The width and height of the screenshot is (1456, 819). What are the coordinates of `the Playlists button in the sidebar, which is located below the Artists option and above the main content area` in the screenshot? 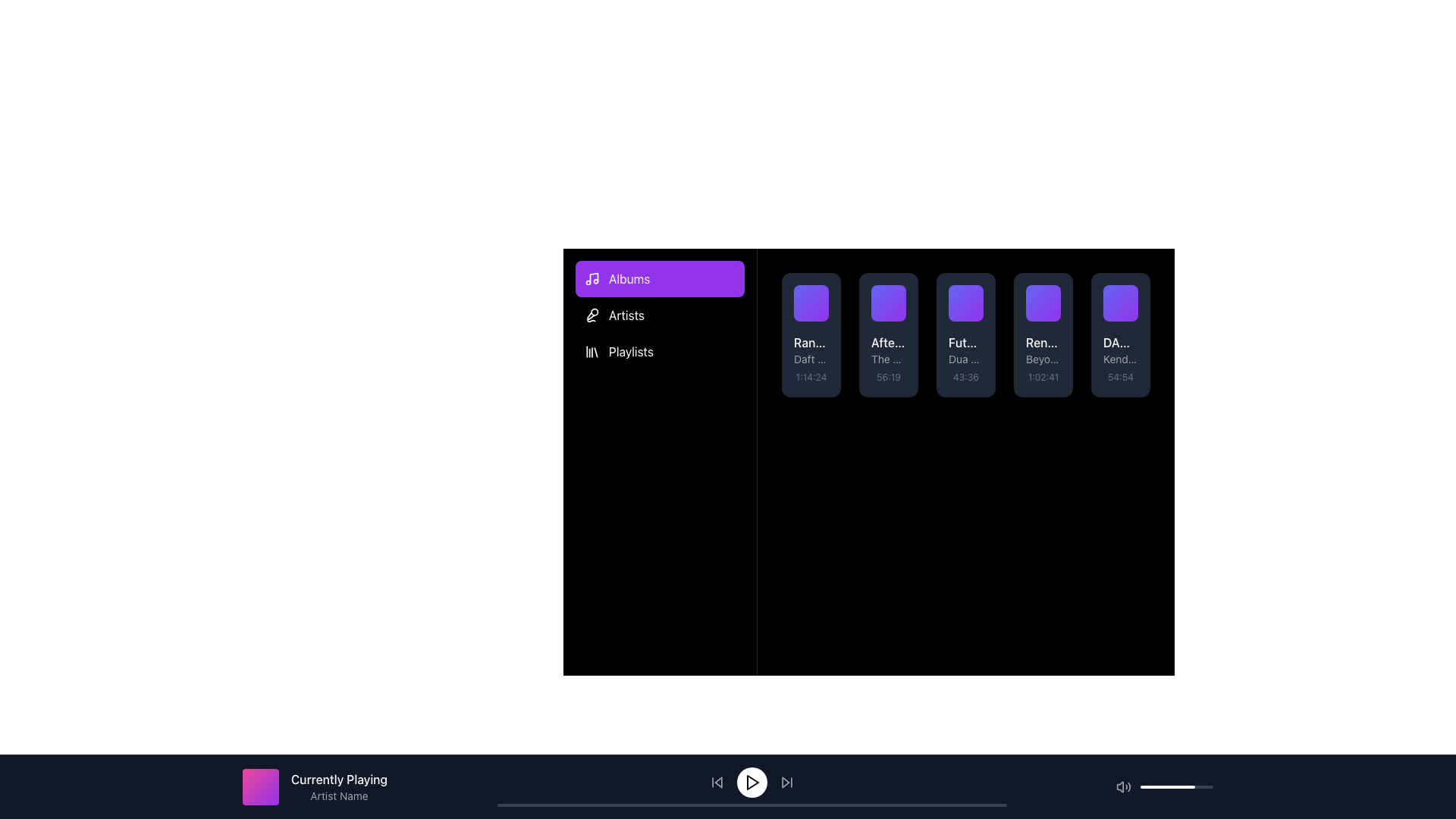 It's located at (660, 351).